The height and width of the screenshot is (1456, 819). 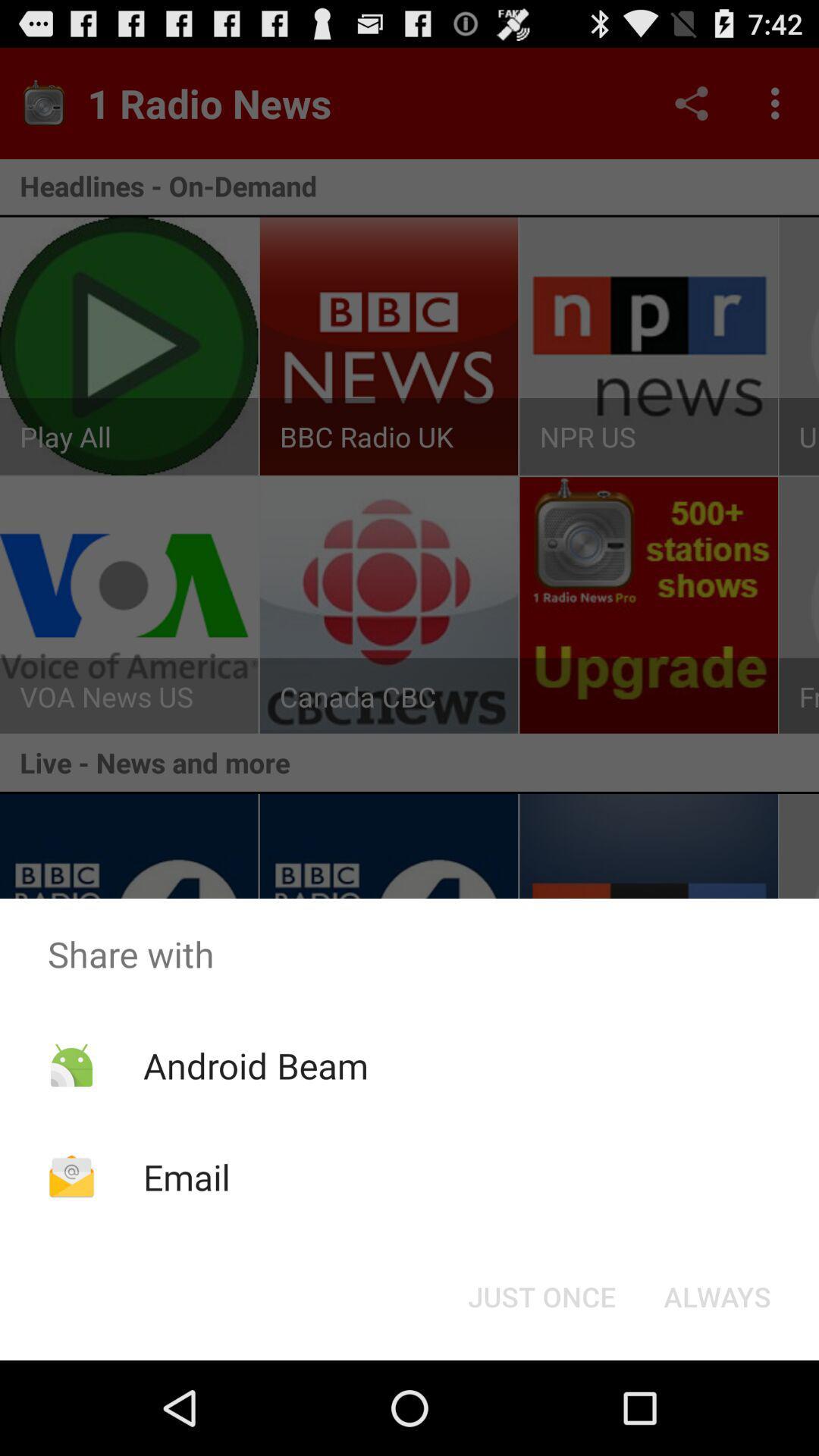 What do you see at coordinates (717, 1295) in the screenshot?
I see `button to the right of just once button` at bounding box center [717, 1295].